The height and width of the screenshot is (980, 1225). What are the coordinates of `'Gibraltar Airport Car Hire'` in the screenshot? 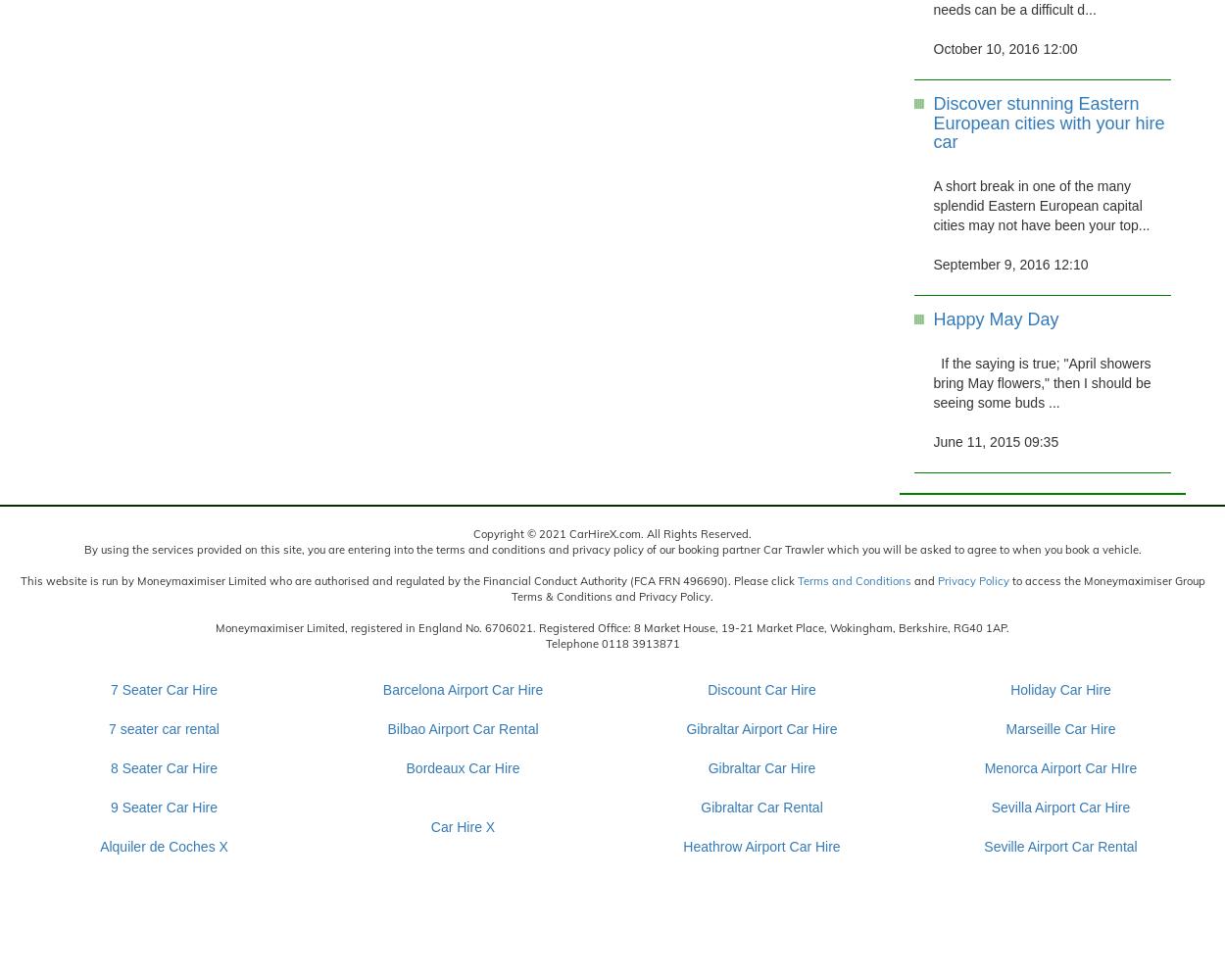 It's located at (761, 727).